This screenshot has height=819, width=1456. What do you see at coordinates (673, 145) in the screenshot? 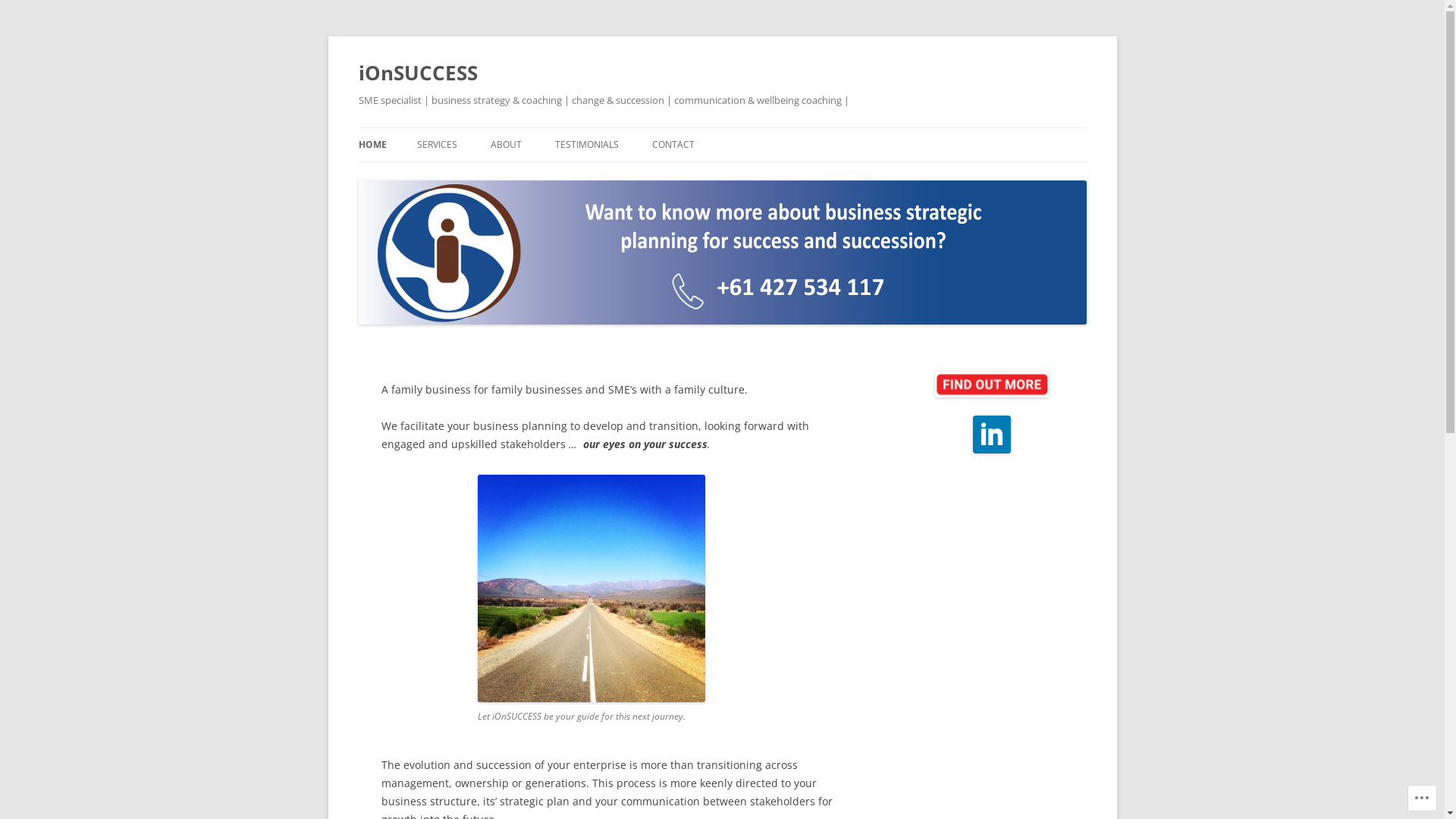
I see `'CONTACT'` at bounding box center [673, 145].